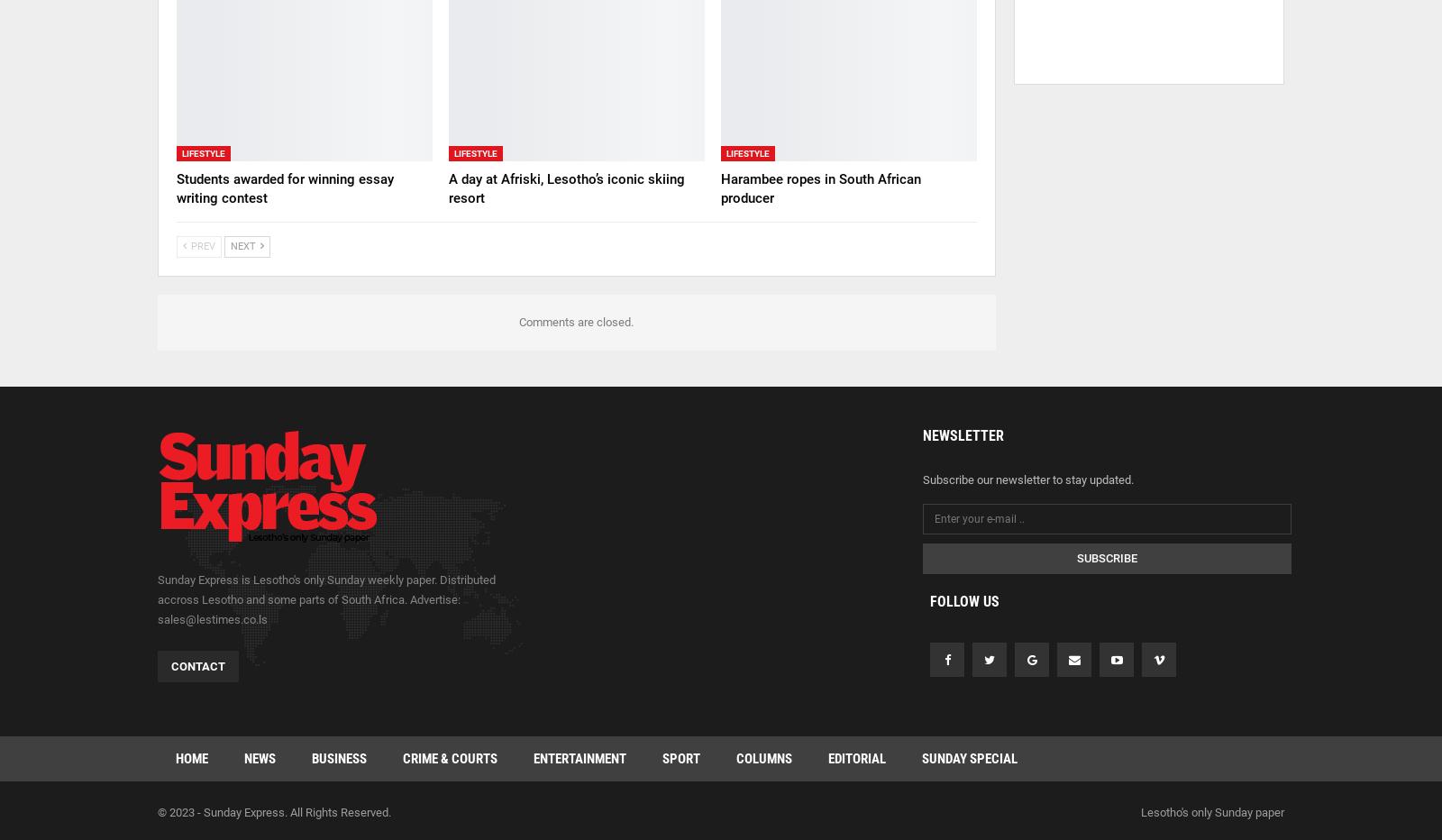 The height and width of the screenshot is (840, 1442). What do you see at coordinates (763, 757) in the screenshot?
I see `'Columns'` at bounding box center [763, 757].